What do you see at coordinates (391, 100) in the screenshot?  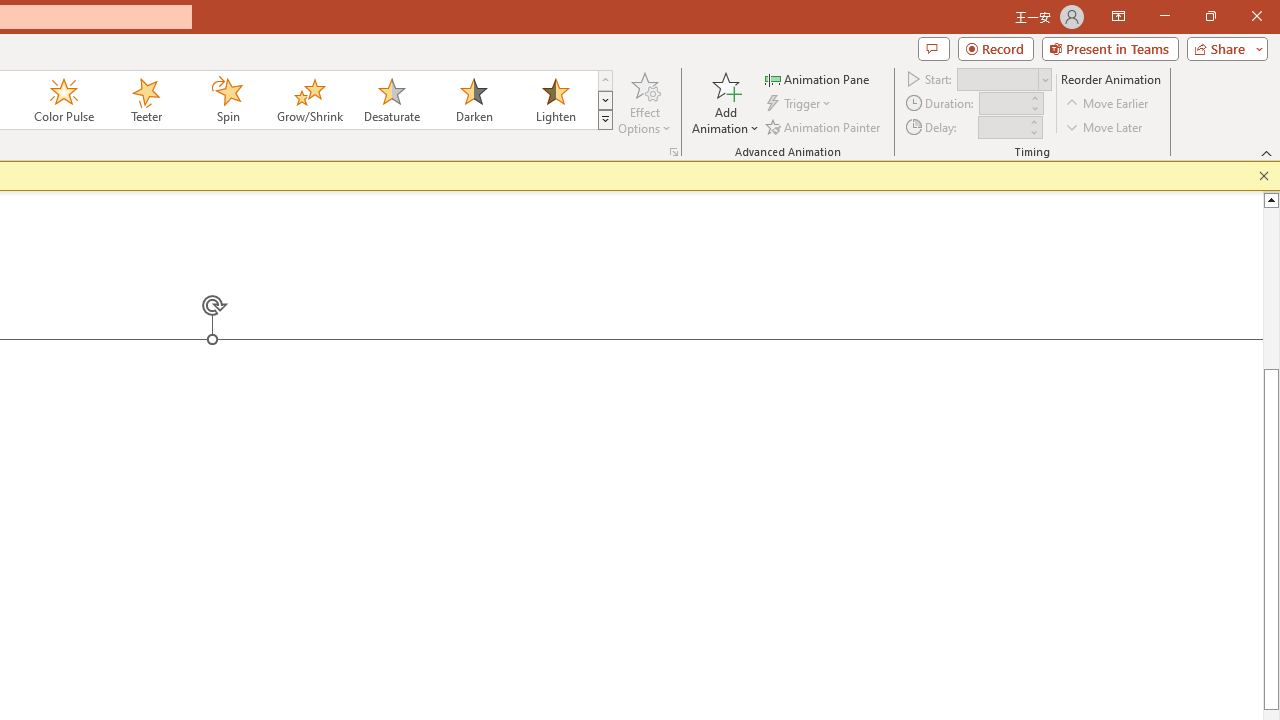 I see `'Desaturate'` at bounding box center [391, 100].